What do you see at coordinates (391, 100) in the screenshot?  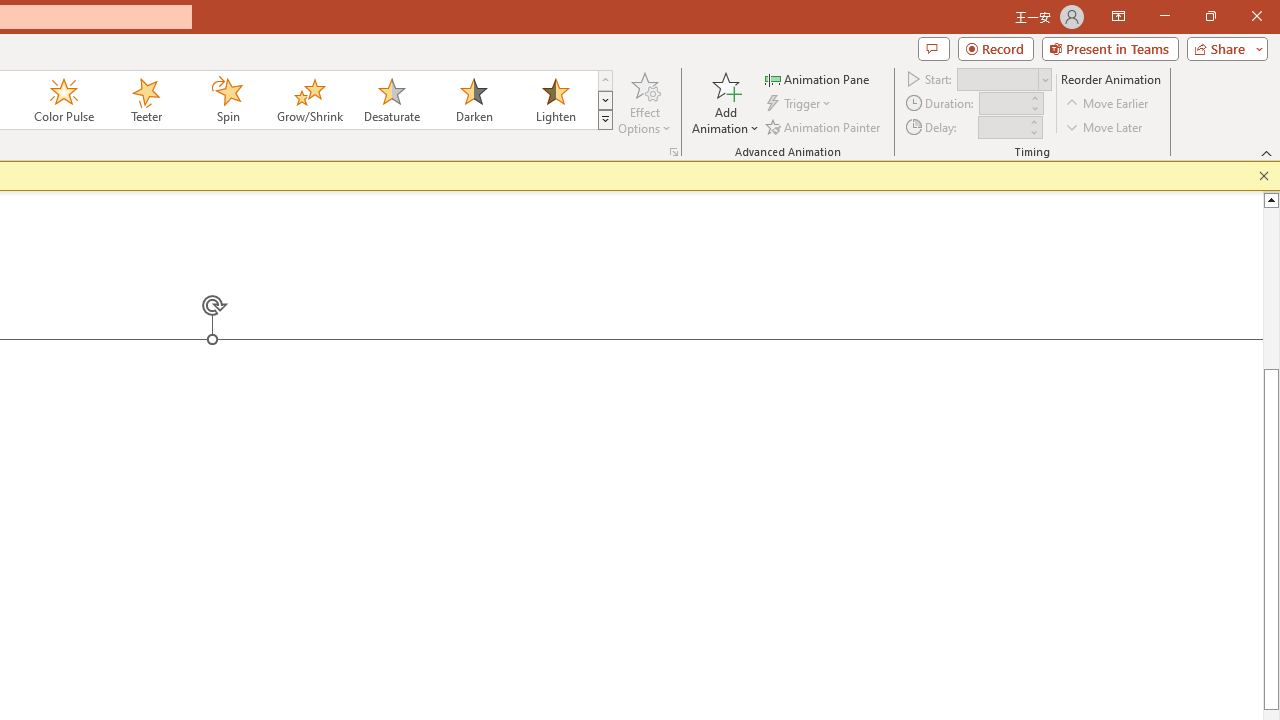 I see `'Desaturate'` at bounding box center [391, 100].